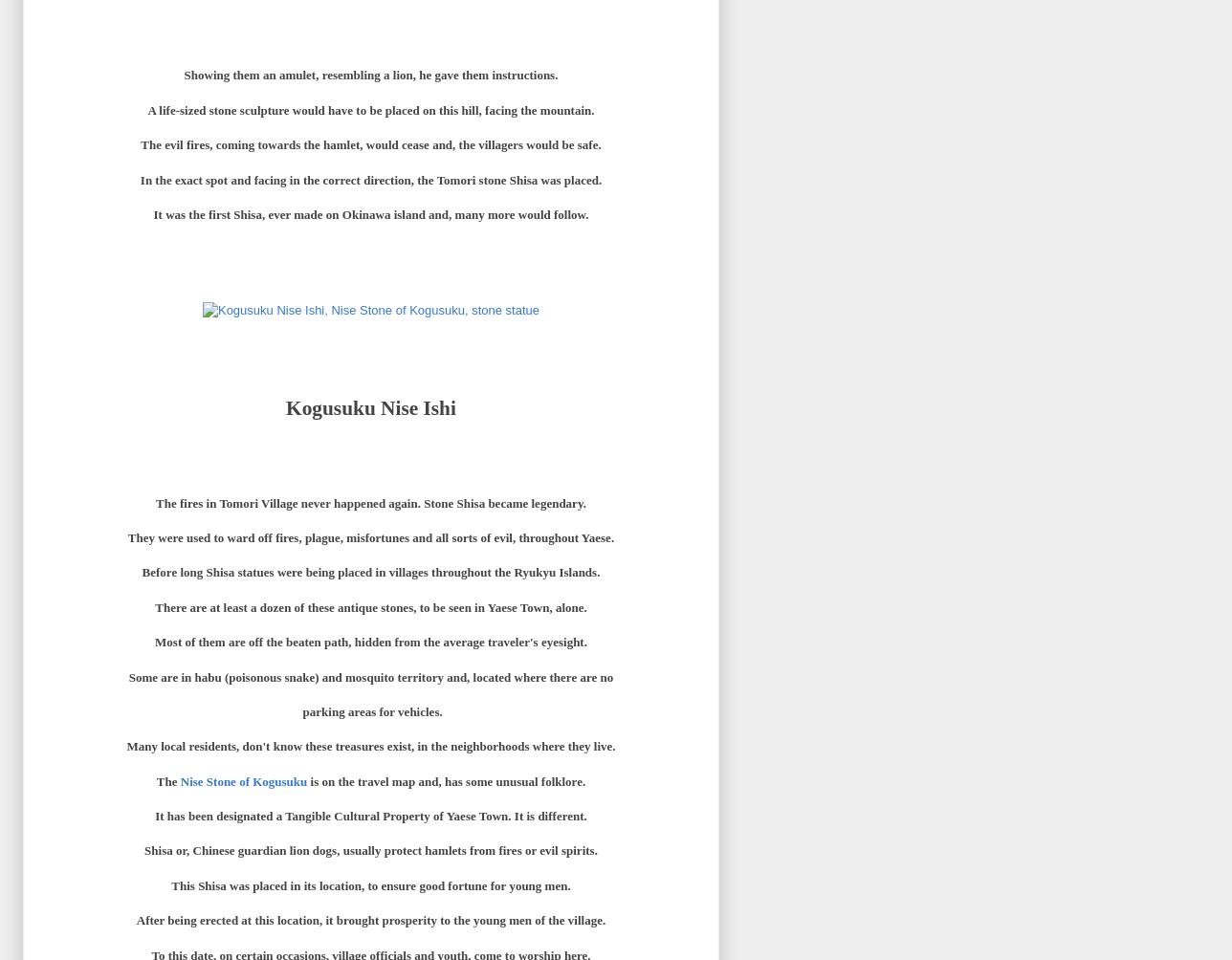 The height and width of the screenshot is (960, 1232). What do you see at coordinates (147, 109) in the screenshot?
I see `'A life-sized stone sculpture would have to be placed on this hill, facing the mountain.'` at bounding box center [147, 109].